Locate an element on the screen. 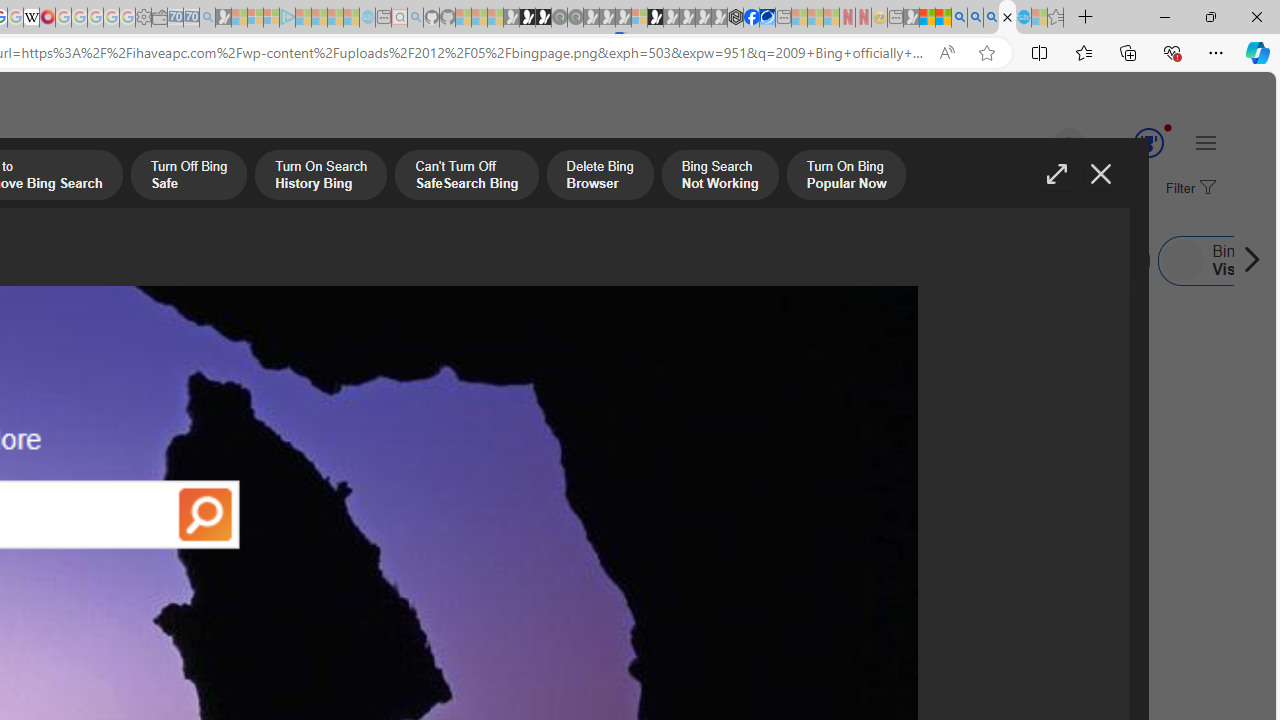 The image size is (1280, 720). 'Can' is located at coordinates (465, 176).